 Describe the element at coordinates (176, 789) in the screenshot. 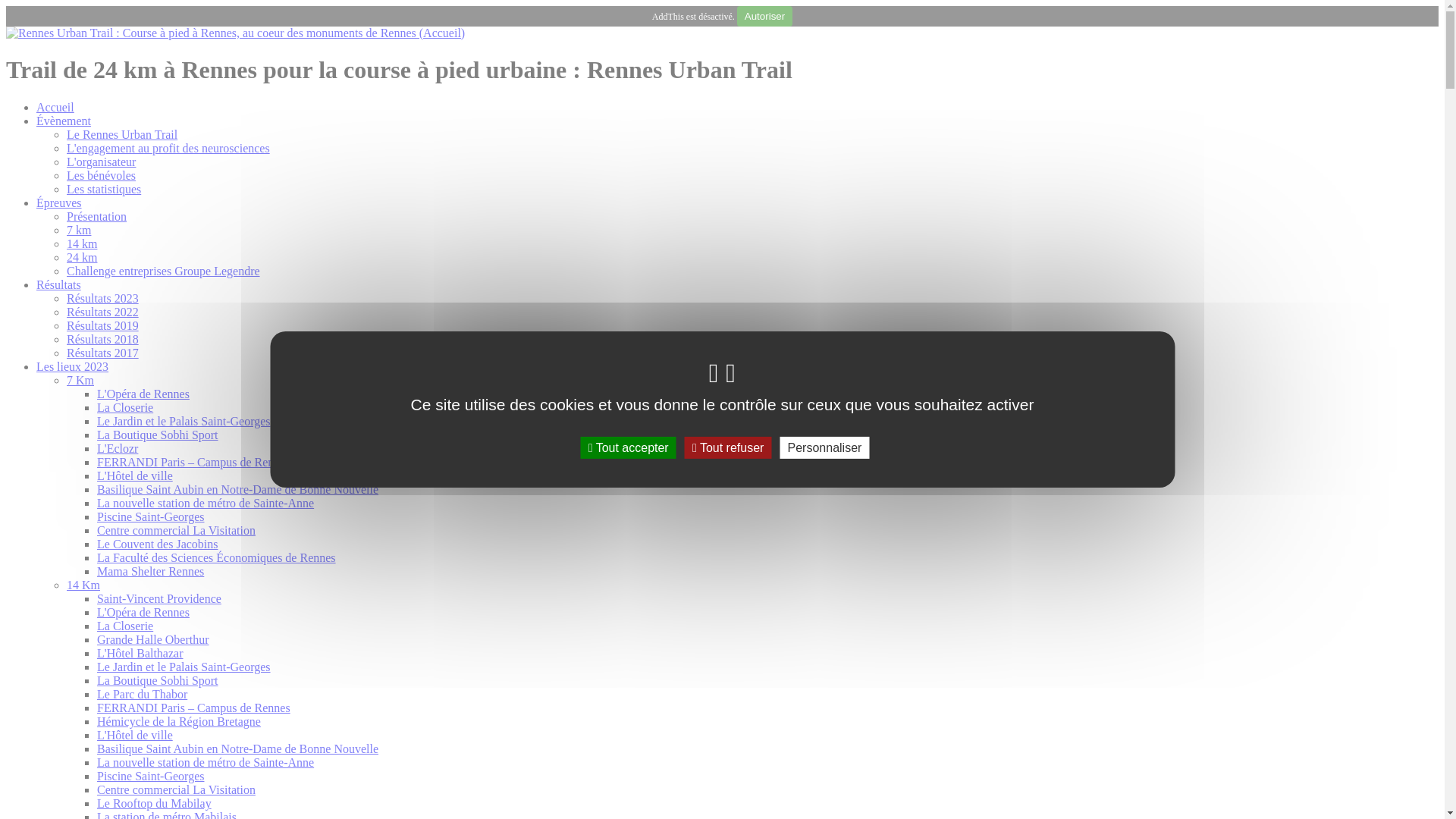

I see `'Centre commercial La Visitation'` at that location.